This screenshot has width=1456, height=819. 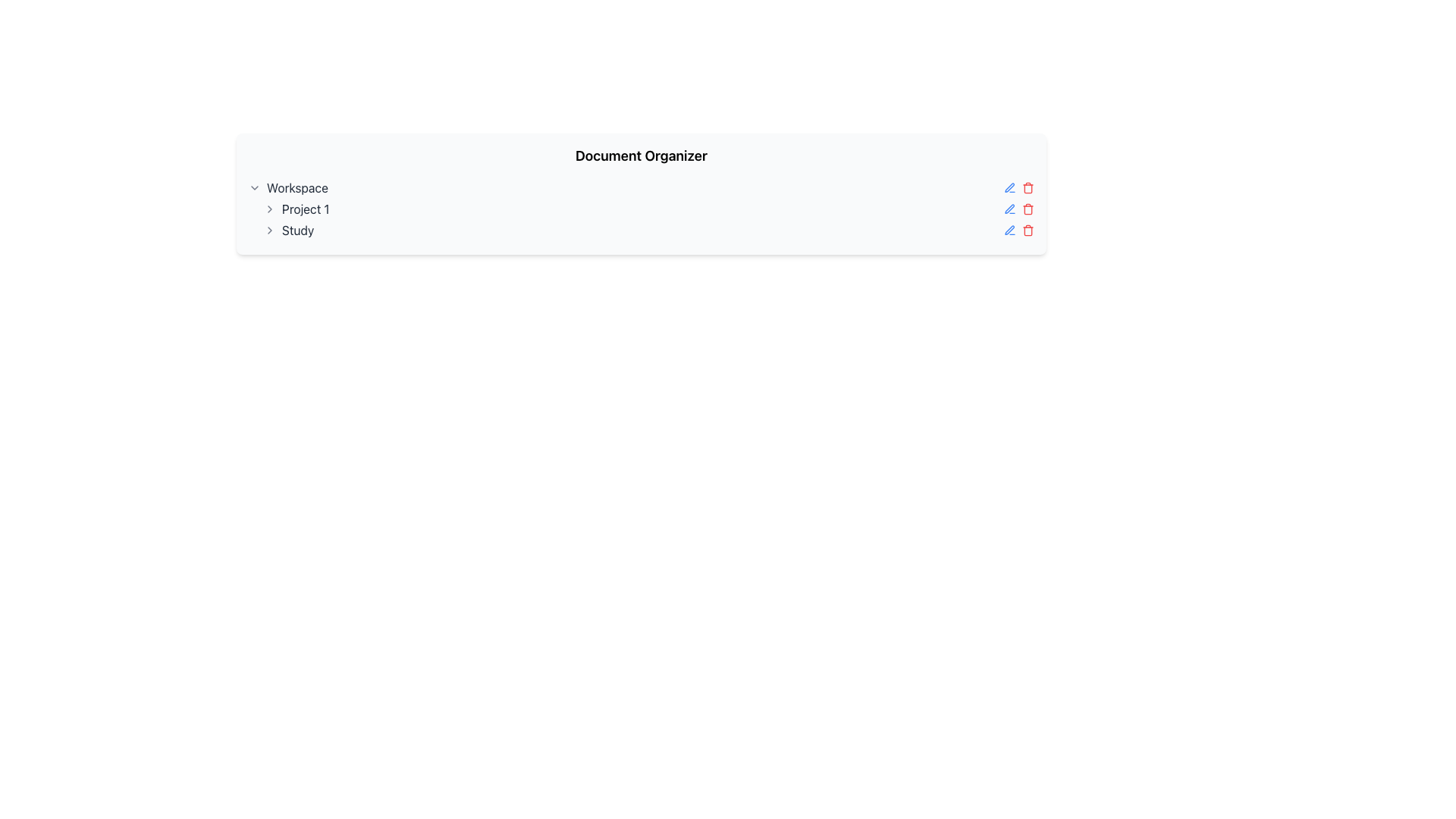 I want to click on the gray chevron icon pointing to the right, located to the left of the 'Study' label, so click(x=269, y=231).